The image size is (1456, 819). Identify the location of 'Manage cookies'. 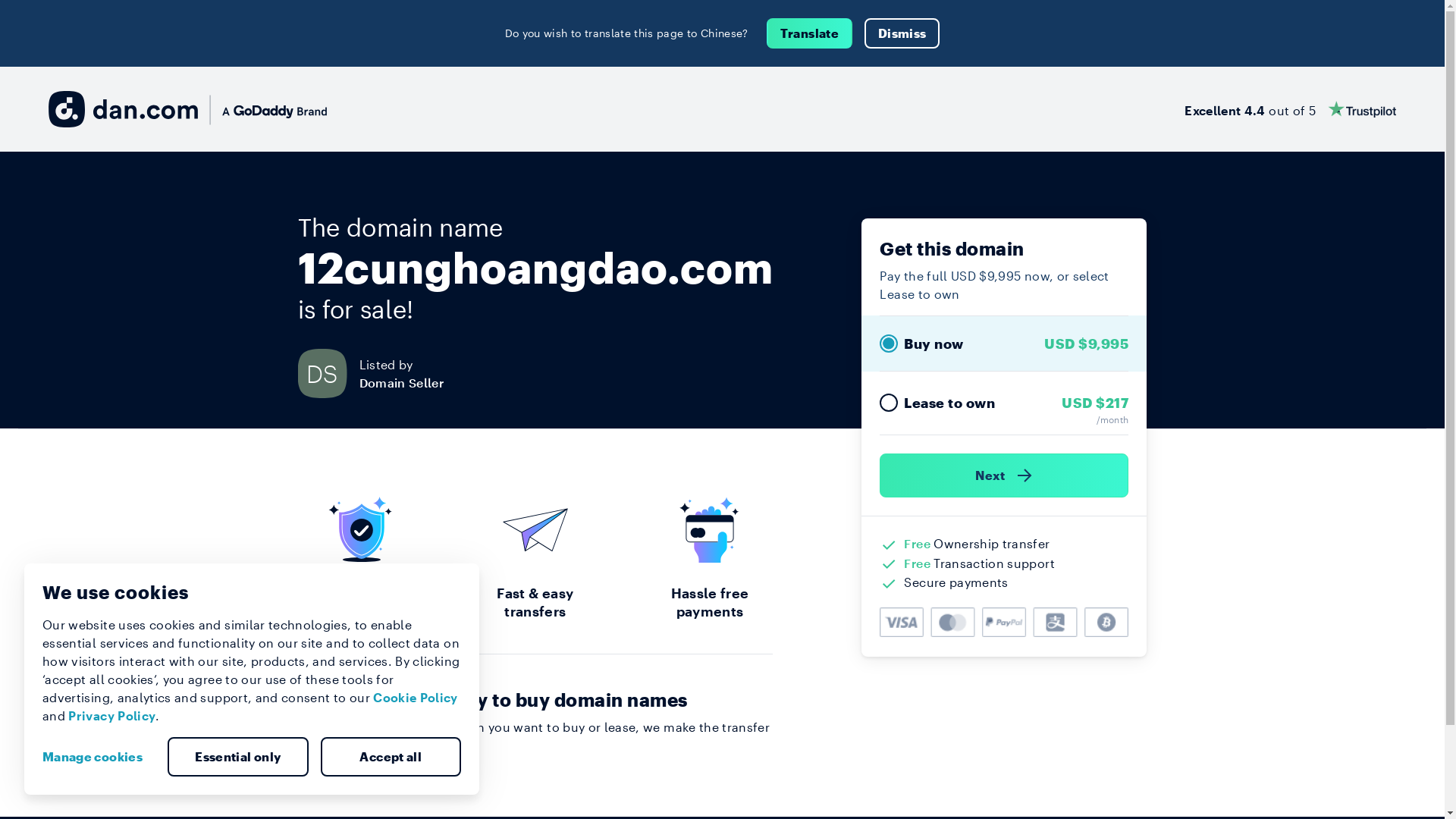
(42, 757).